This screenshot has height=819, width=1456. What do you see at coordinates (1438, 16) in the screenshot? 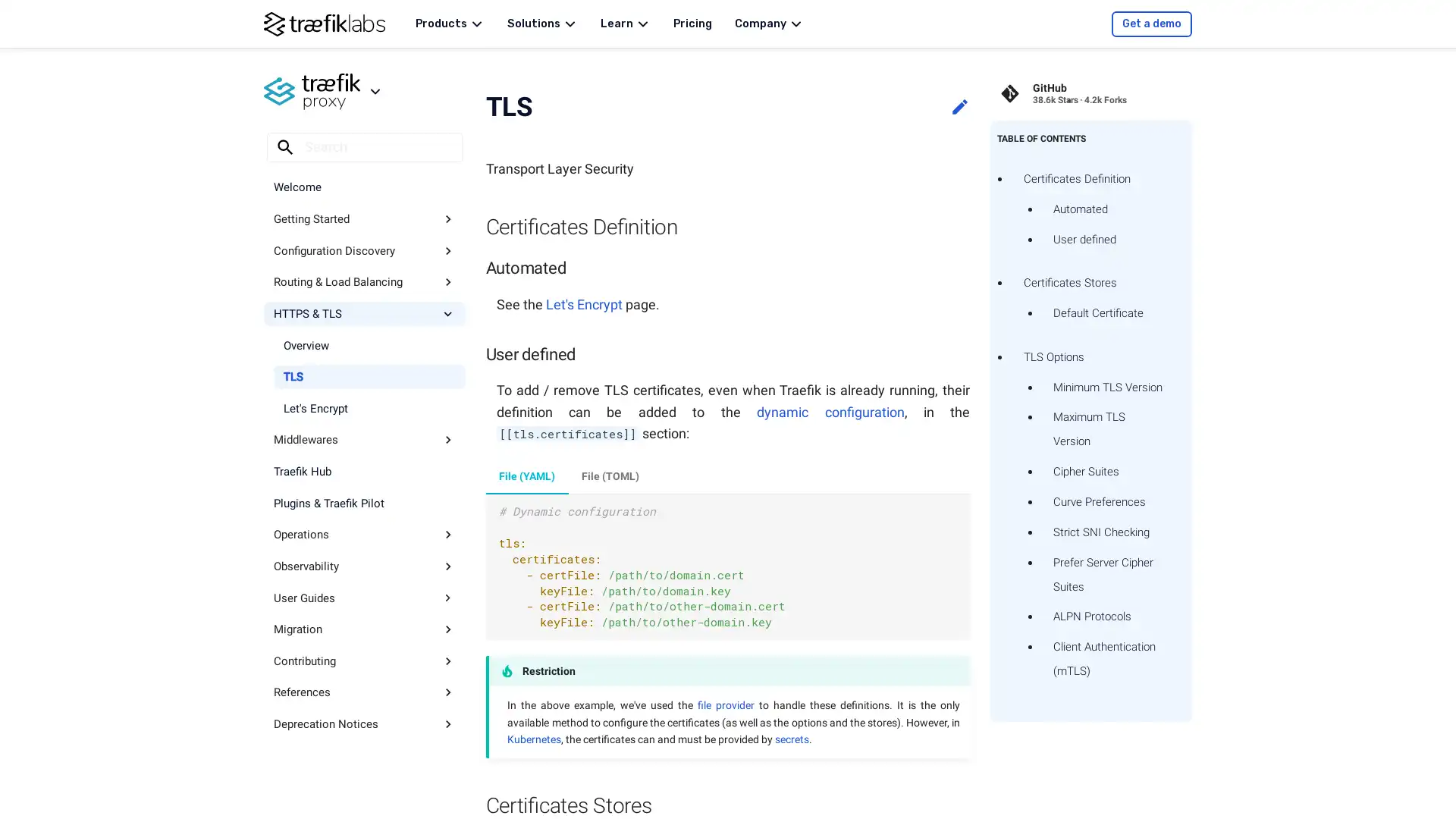
I see `Copy to clipboard` at bounding box center [1438, 16].